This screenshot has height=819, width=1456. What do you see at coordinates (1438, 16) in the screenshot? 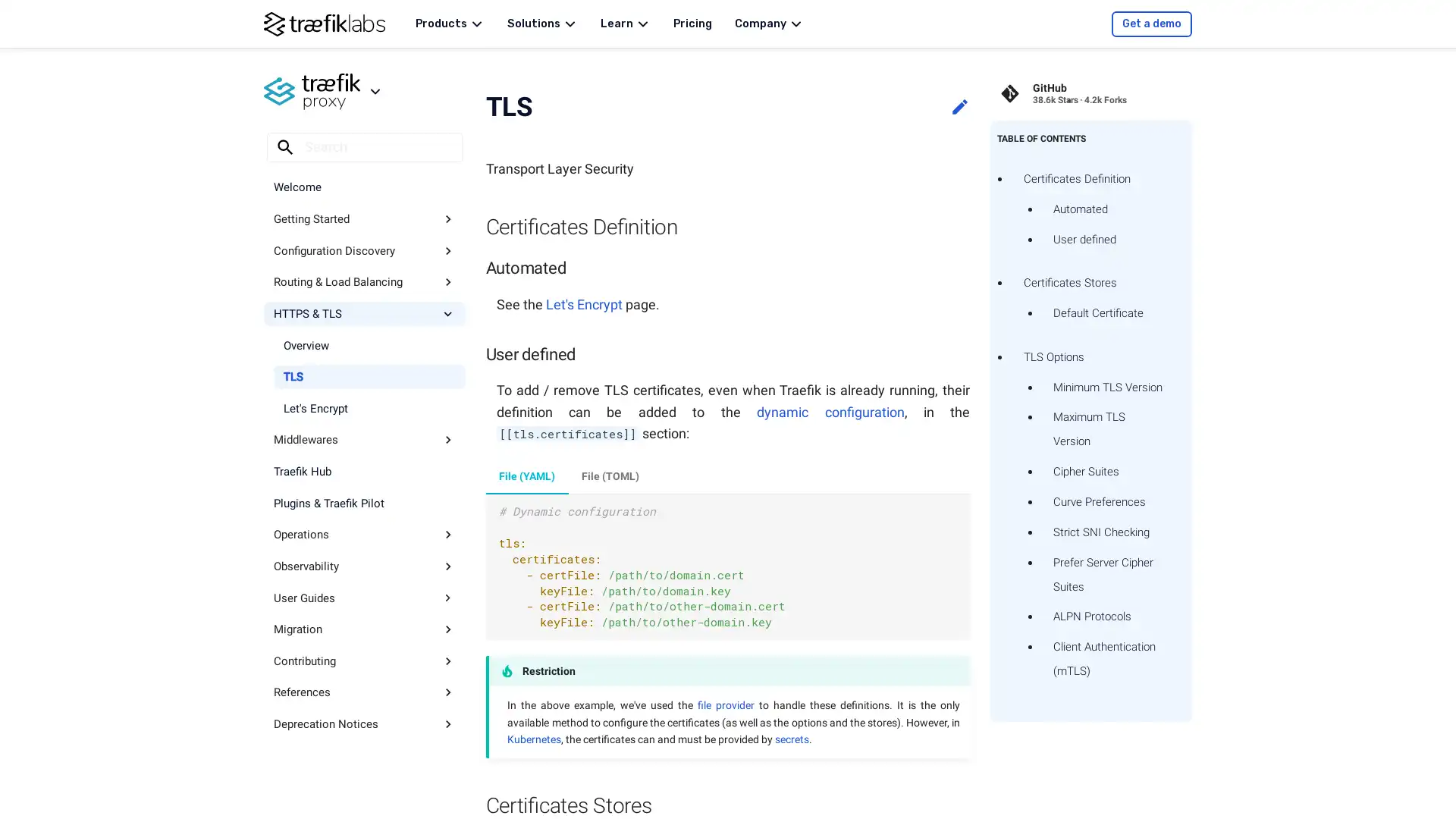
I see `Copy to clipboard` at bounding box center [1438, 16].